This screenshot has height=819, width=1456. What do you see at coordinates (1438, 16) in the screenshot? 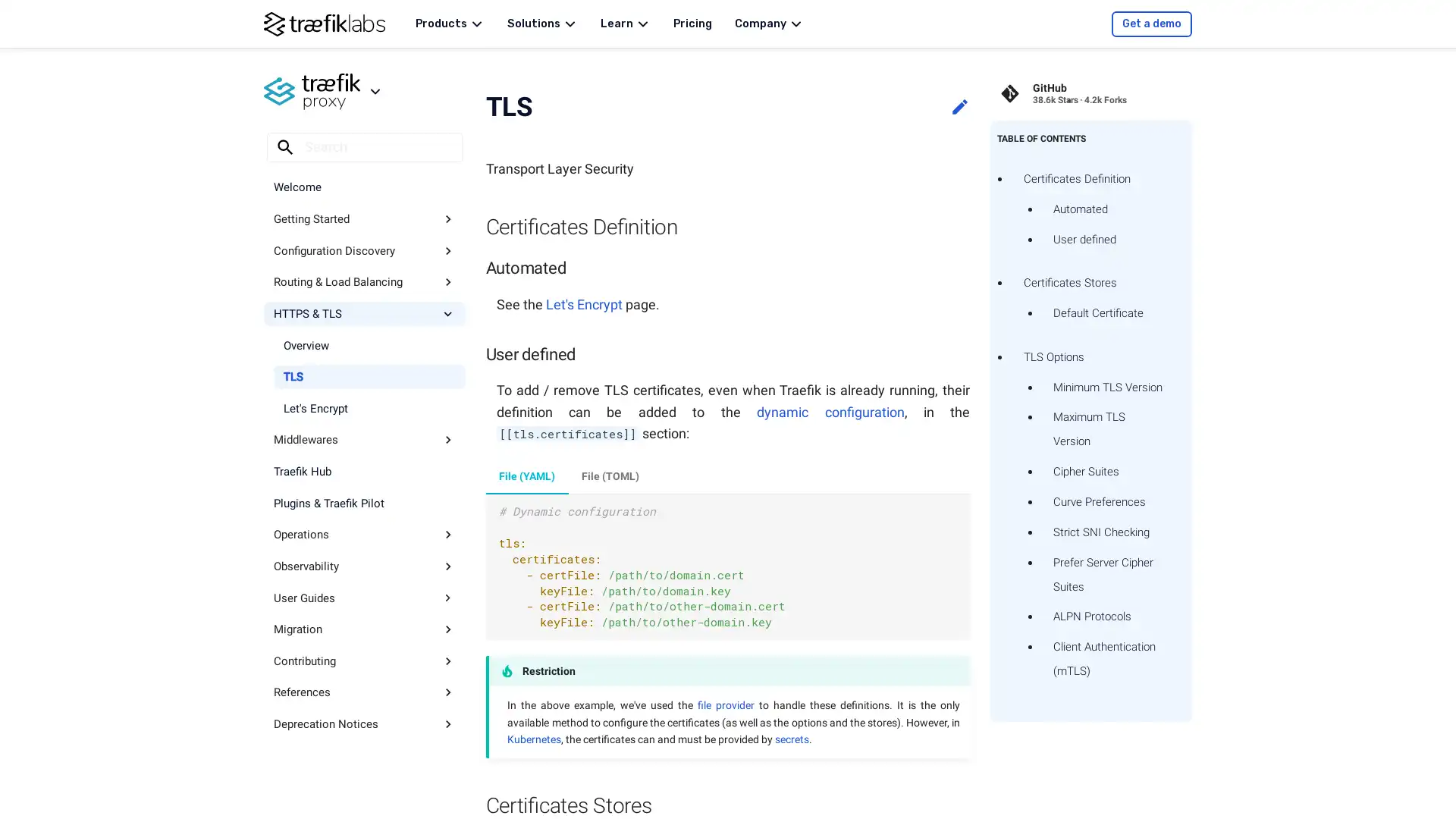
I see `Copy to clipboard` at bounding box center [1438, 16].